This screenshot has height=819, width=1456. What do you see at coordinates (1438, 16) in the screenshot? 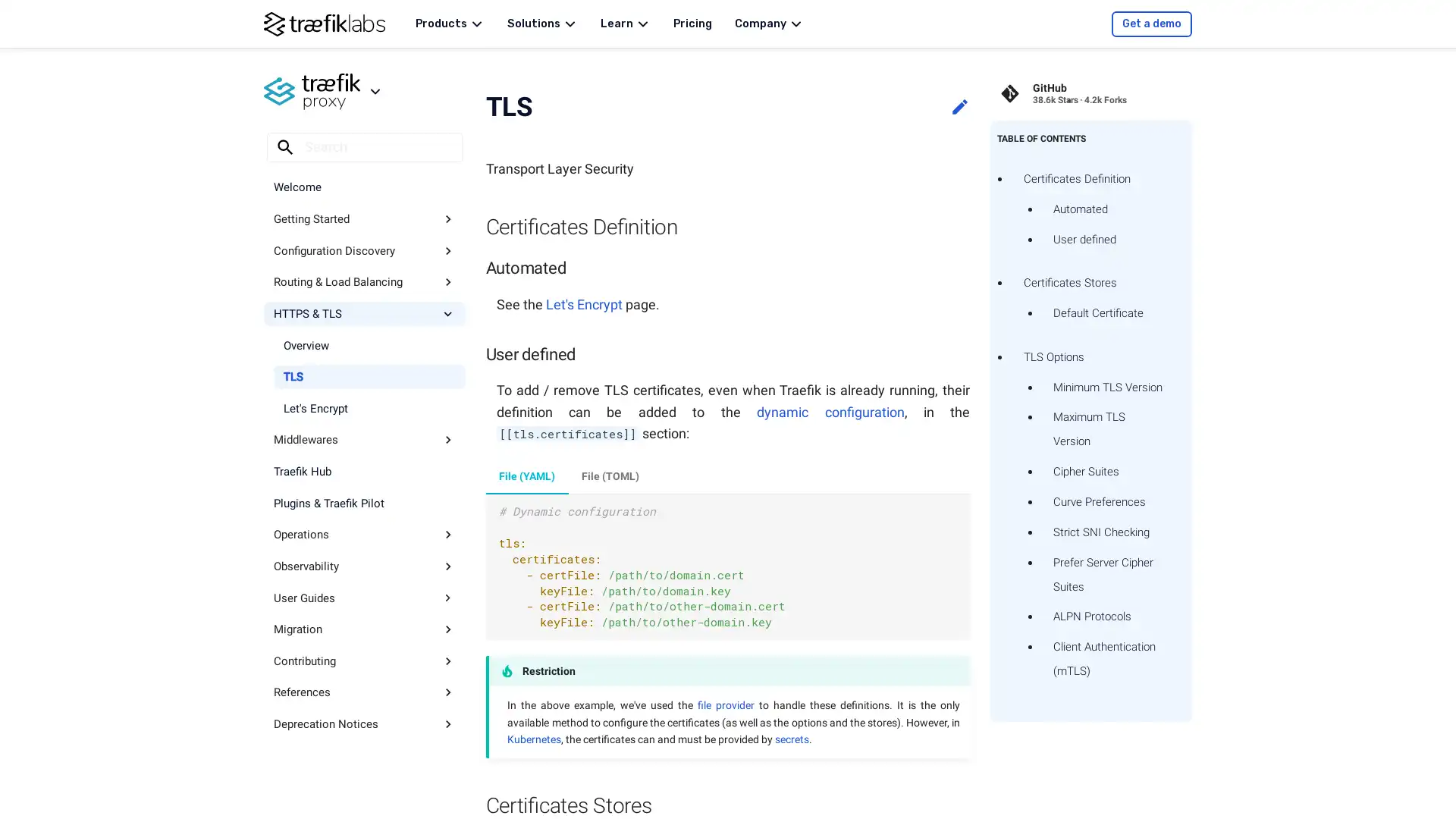
I see `Copy to clipboard` at bounding box center [1438, 16].